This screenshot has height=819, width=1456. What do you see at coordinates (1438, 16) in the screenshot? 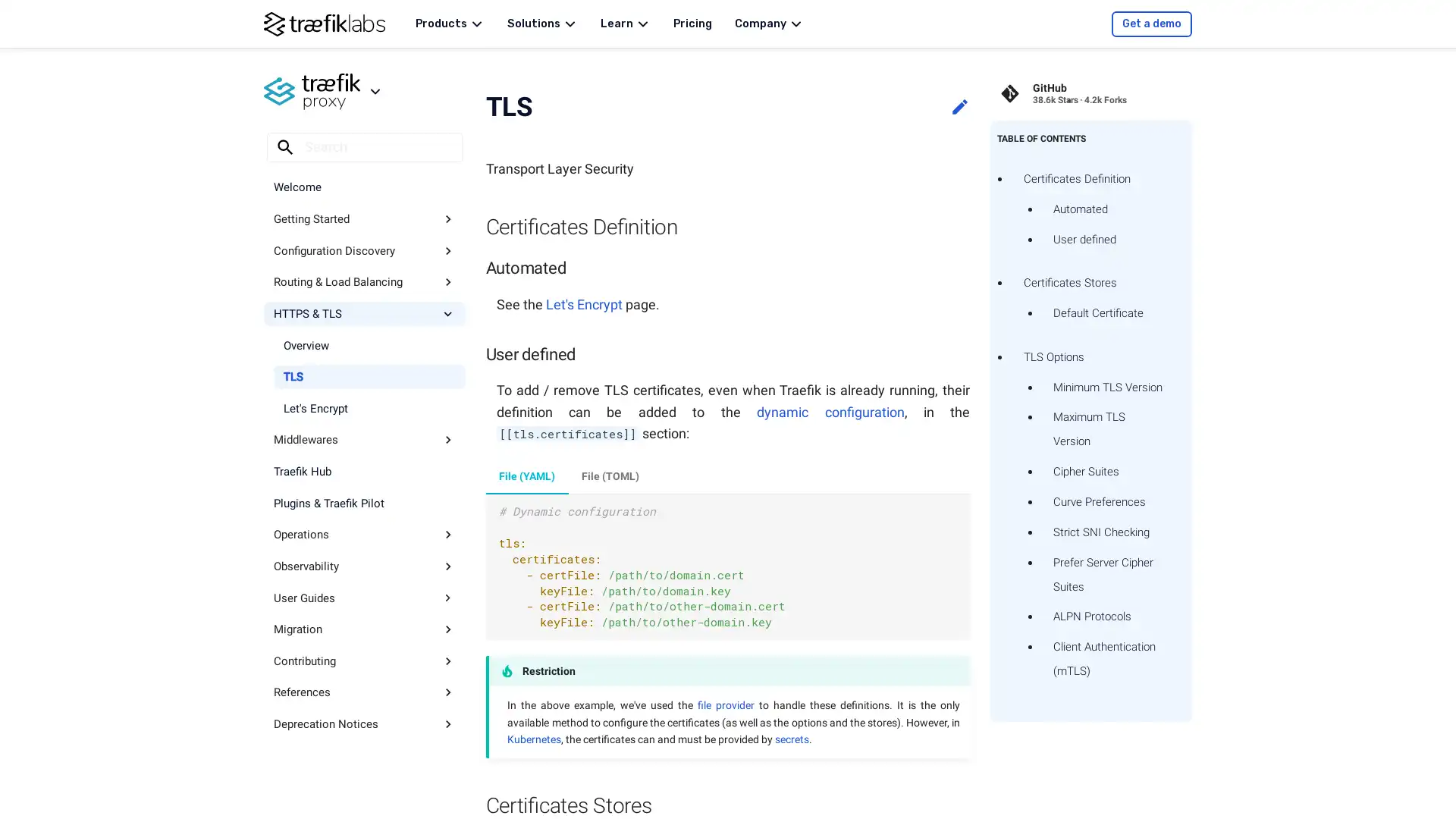
I see `Copy to clipboard` at bounding box center [1438, 16].